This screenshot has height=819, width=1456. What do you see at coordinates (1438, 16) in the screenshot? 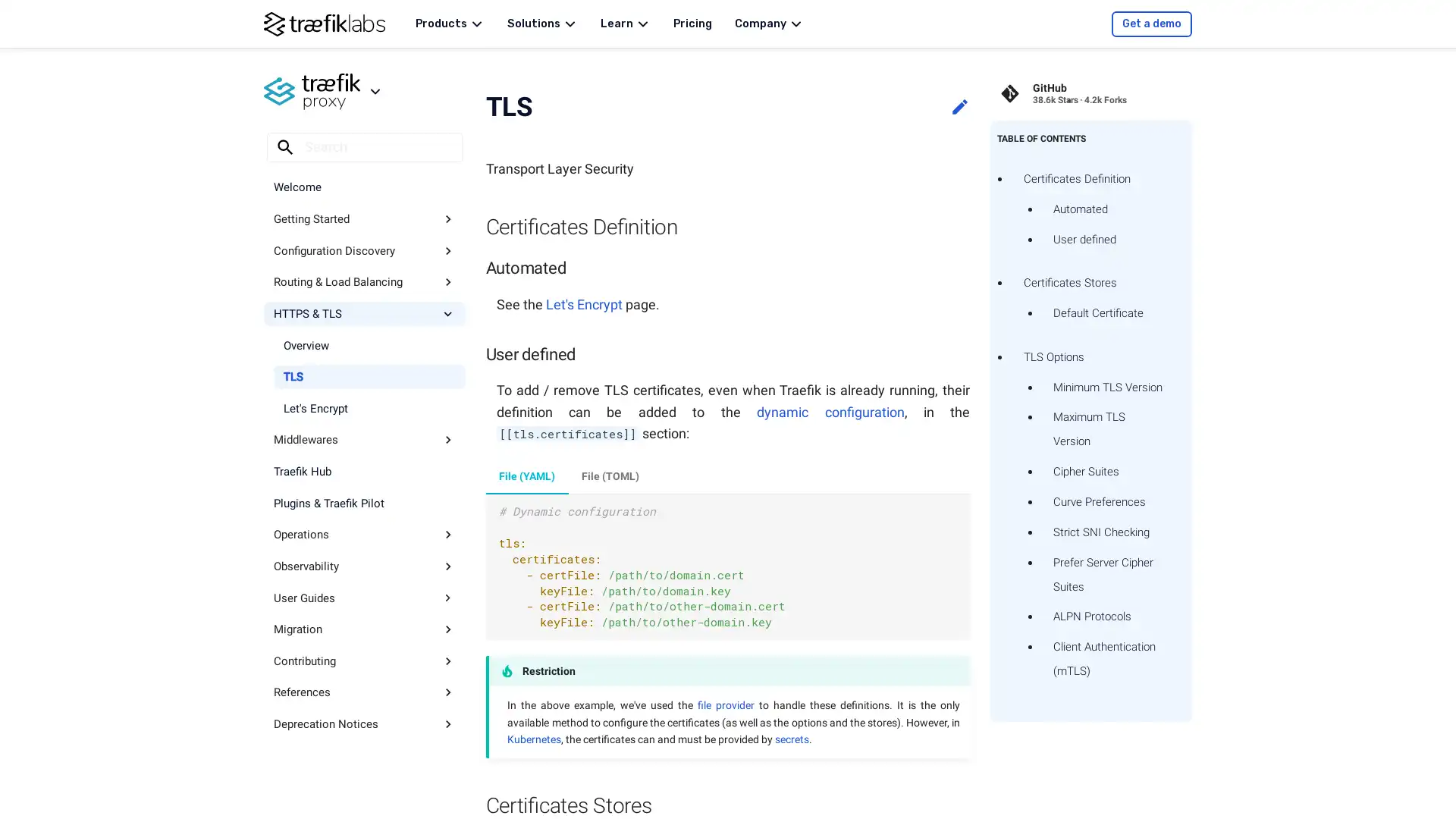
I see `Copy to clipboard` at bounding box center [1438, 16].